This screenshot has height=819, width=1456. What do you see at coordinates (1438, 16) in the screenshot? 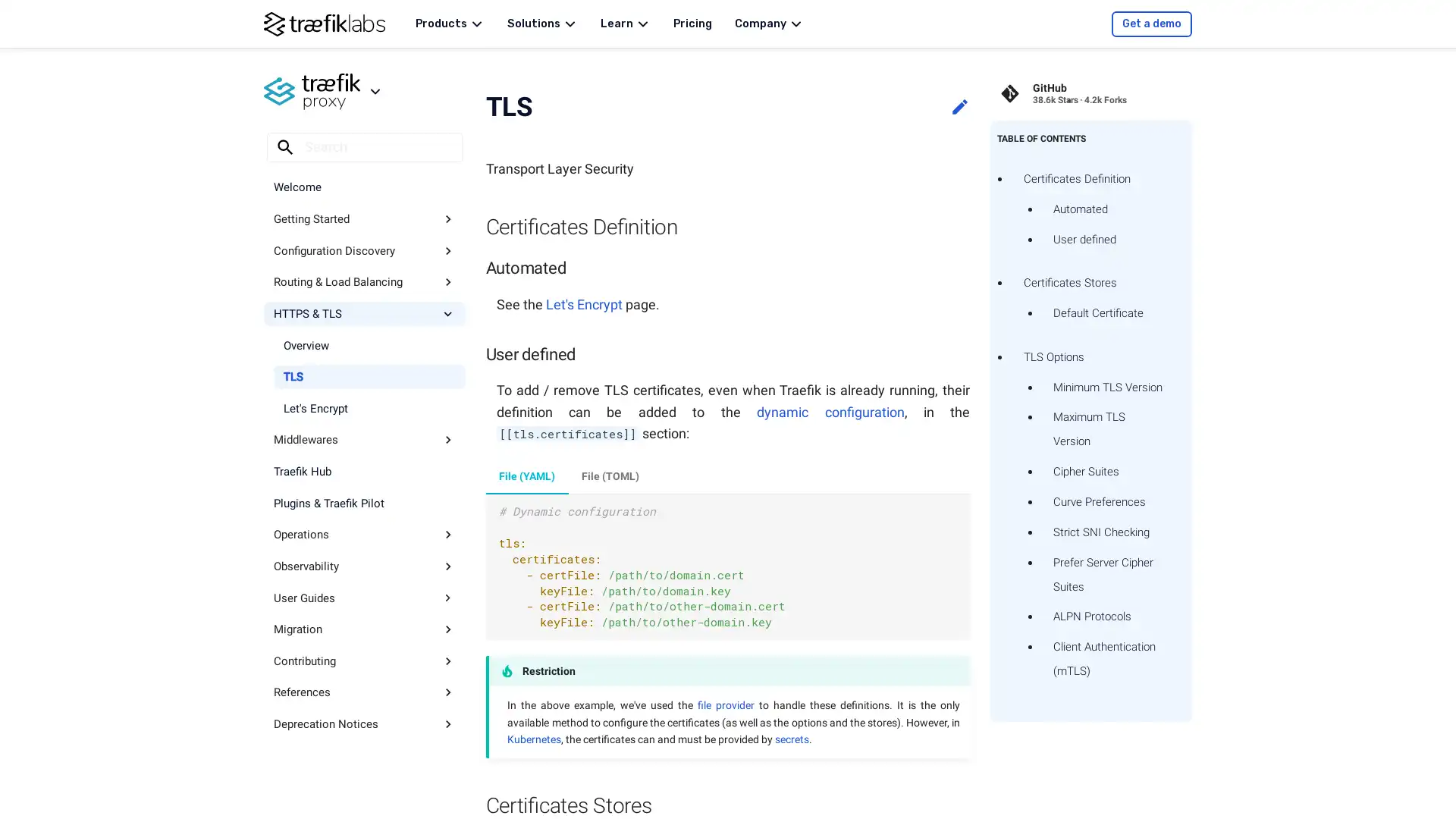
I see `Copy to clipboard` at bounding box center [1438, 16].